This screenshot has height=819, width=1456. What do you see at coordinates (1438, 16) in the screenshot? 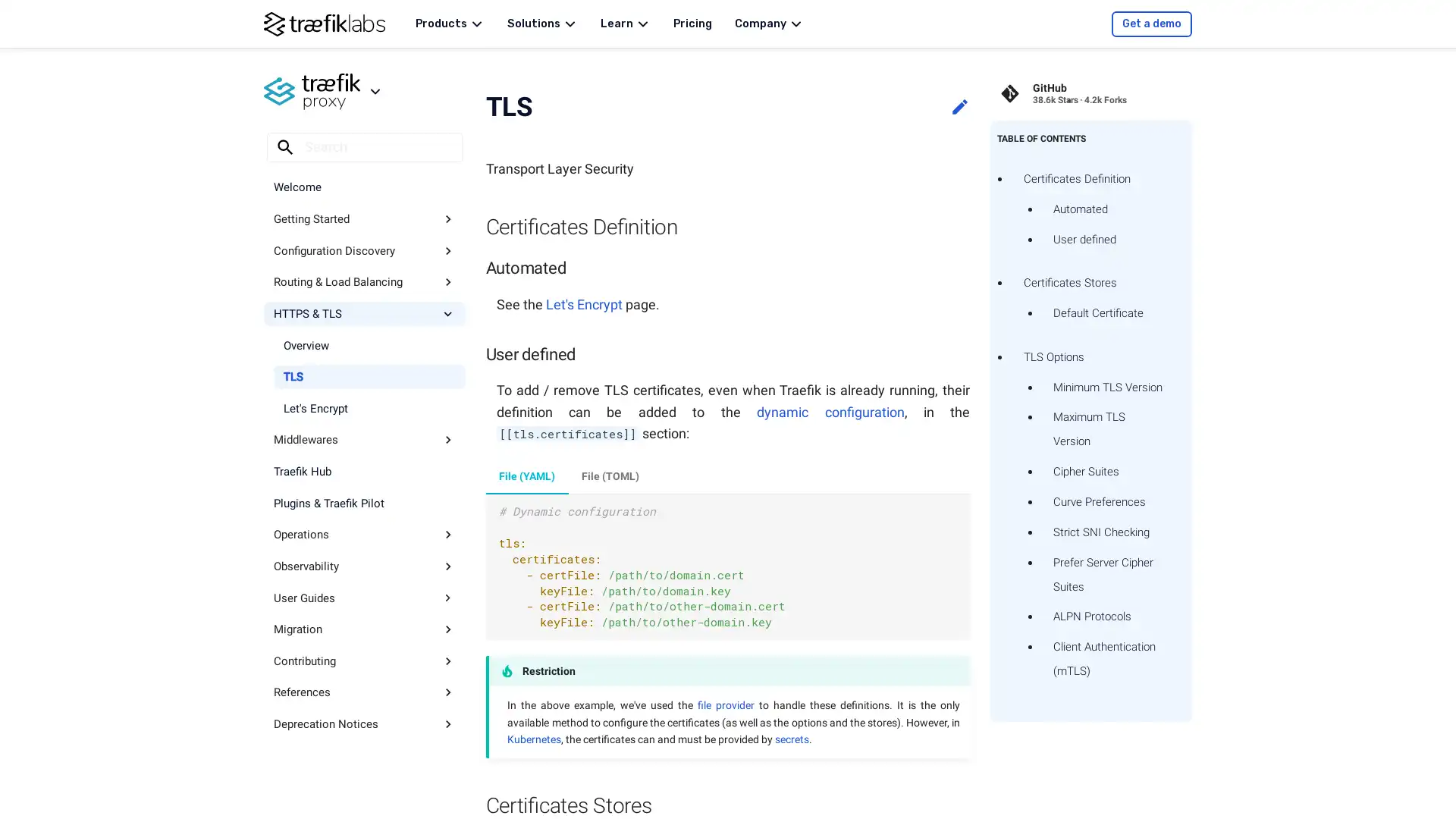
I see `Copy to clipboard` at bounding box center [1438, 16].